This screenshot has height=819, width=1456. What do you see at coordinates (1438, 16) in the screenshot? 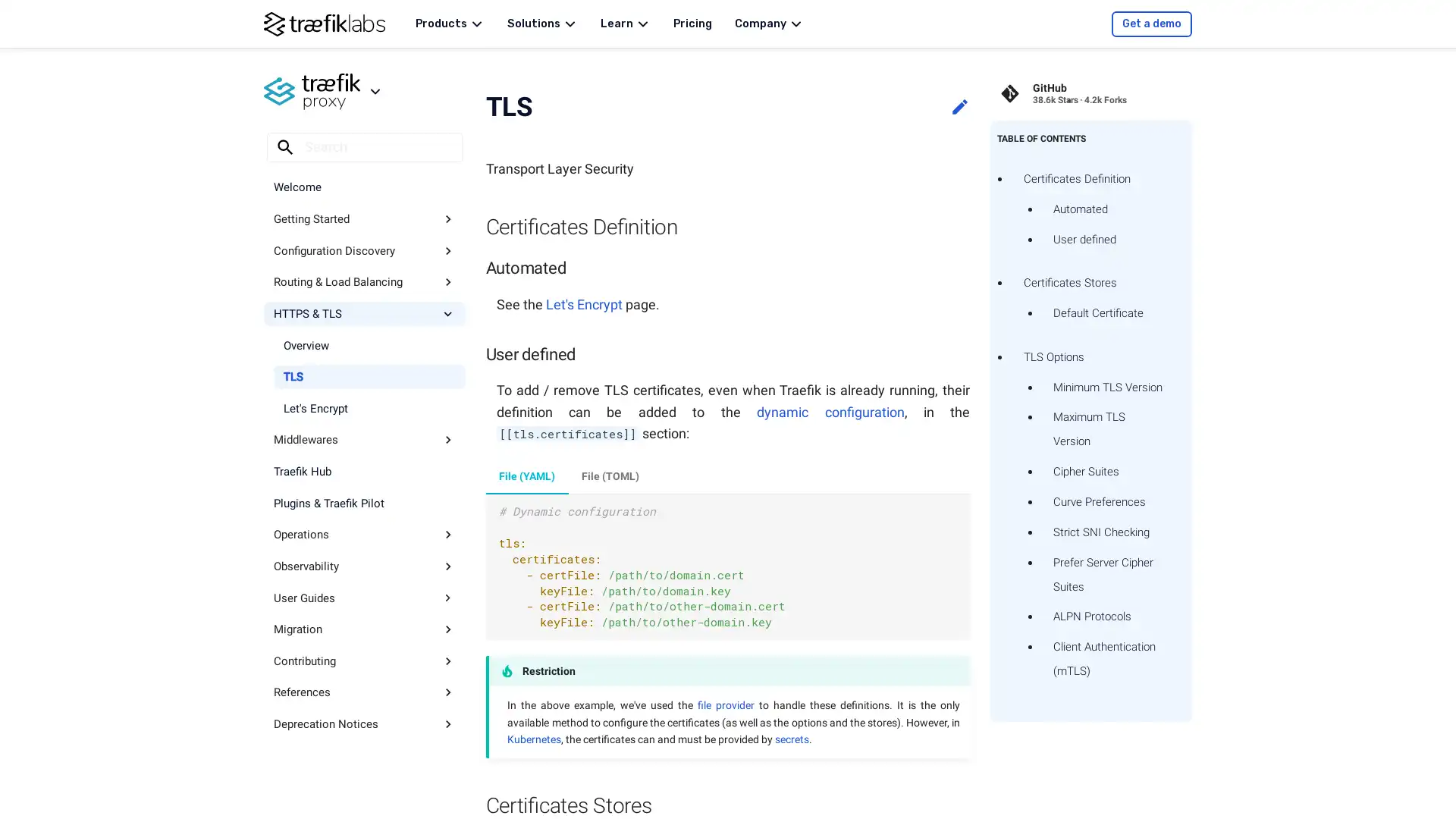
I see `Copy to clipboard` at bounding box center [1438, 16].